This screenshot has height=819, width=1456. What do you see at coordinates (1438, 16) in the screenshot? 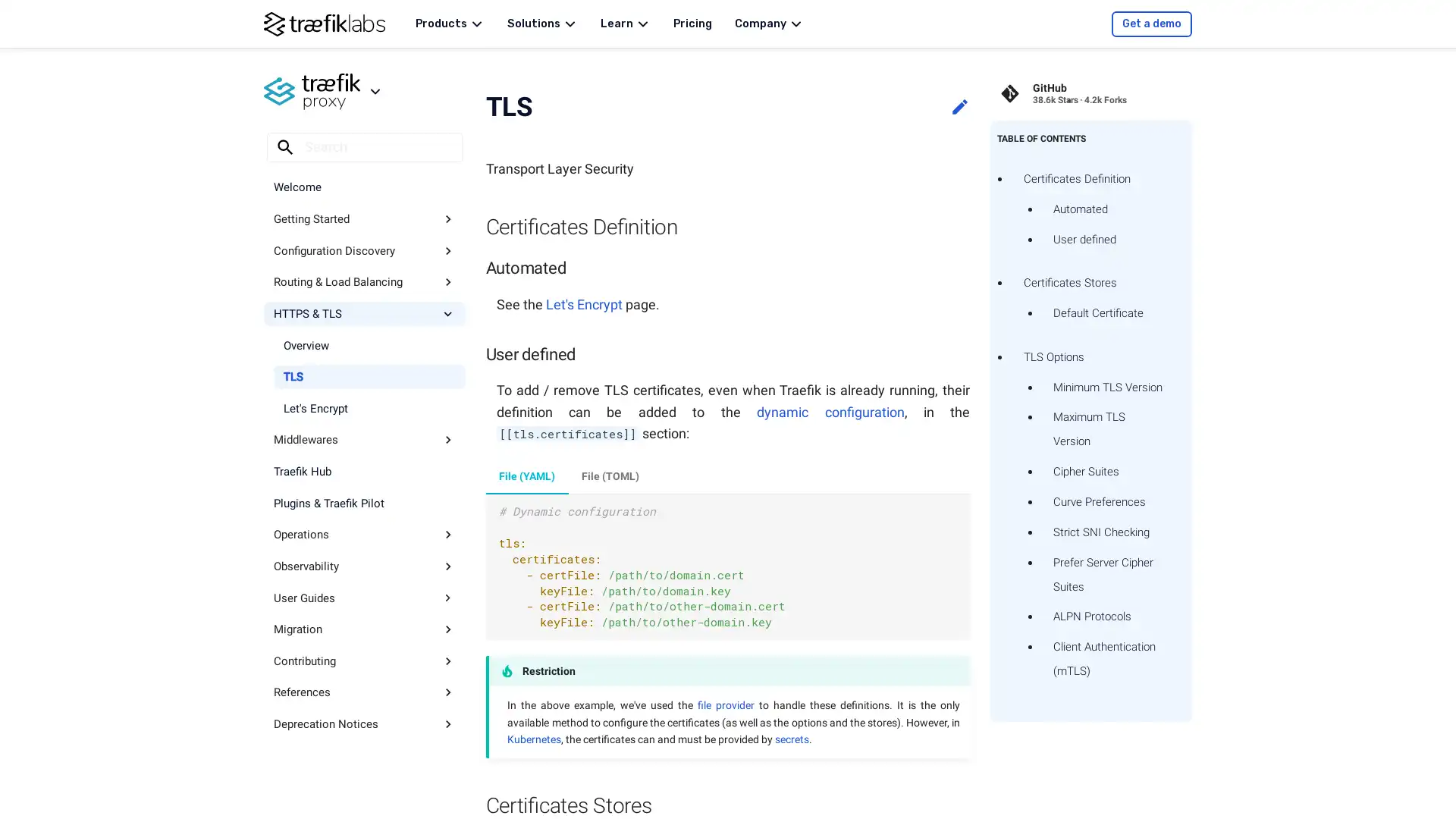
I see `Copy to clipboard` at bounding box center [1438, 16].